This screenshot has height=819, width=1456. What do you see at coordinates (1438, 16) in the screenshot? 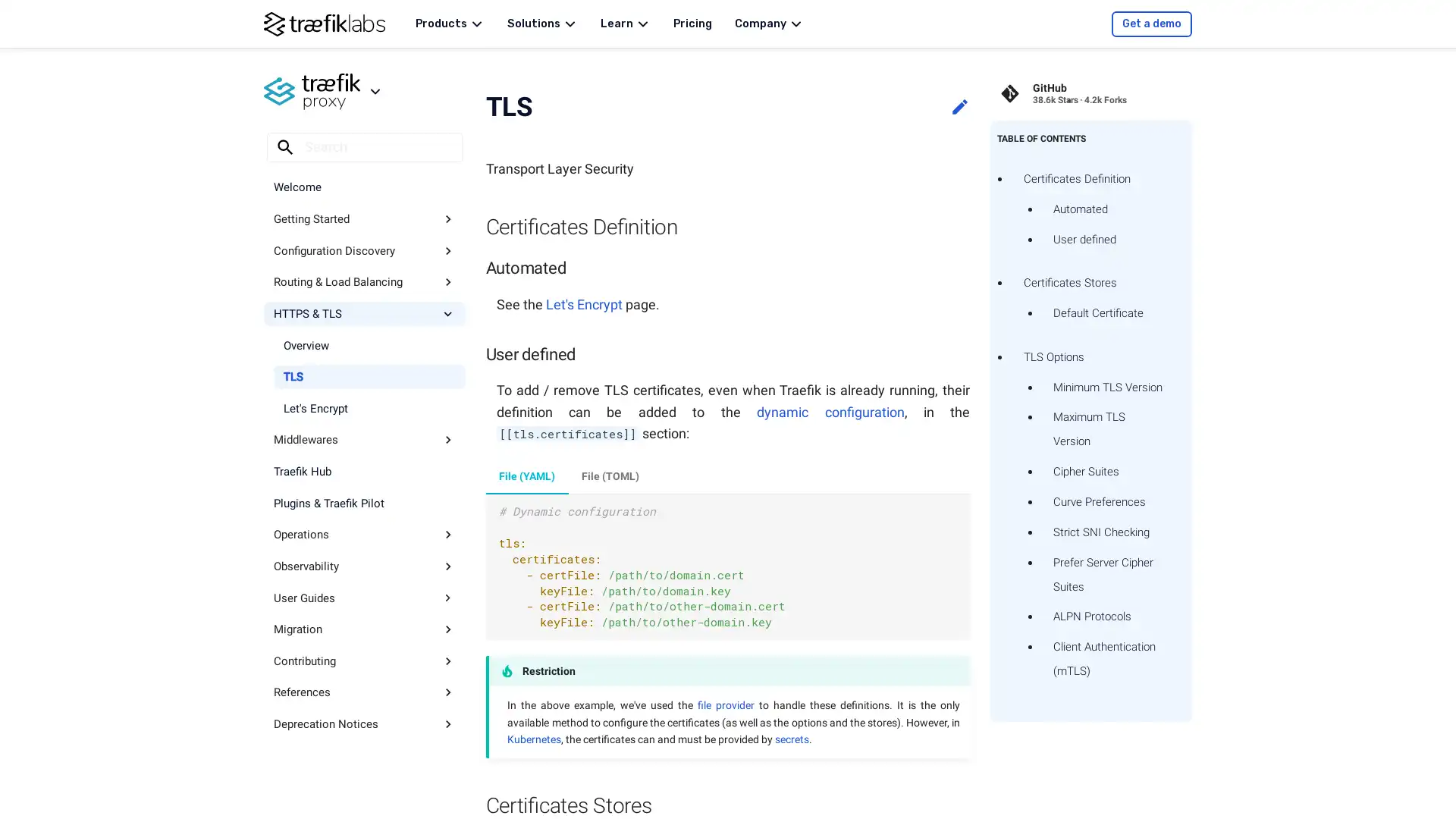
I see `Copy to clipboard` at bounding box center [1438, 16].